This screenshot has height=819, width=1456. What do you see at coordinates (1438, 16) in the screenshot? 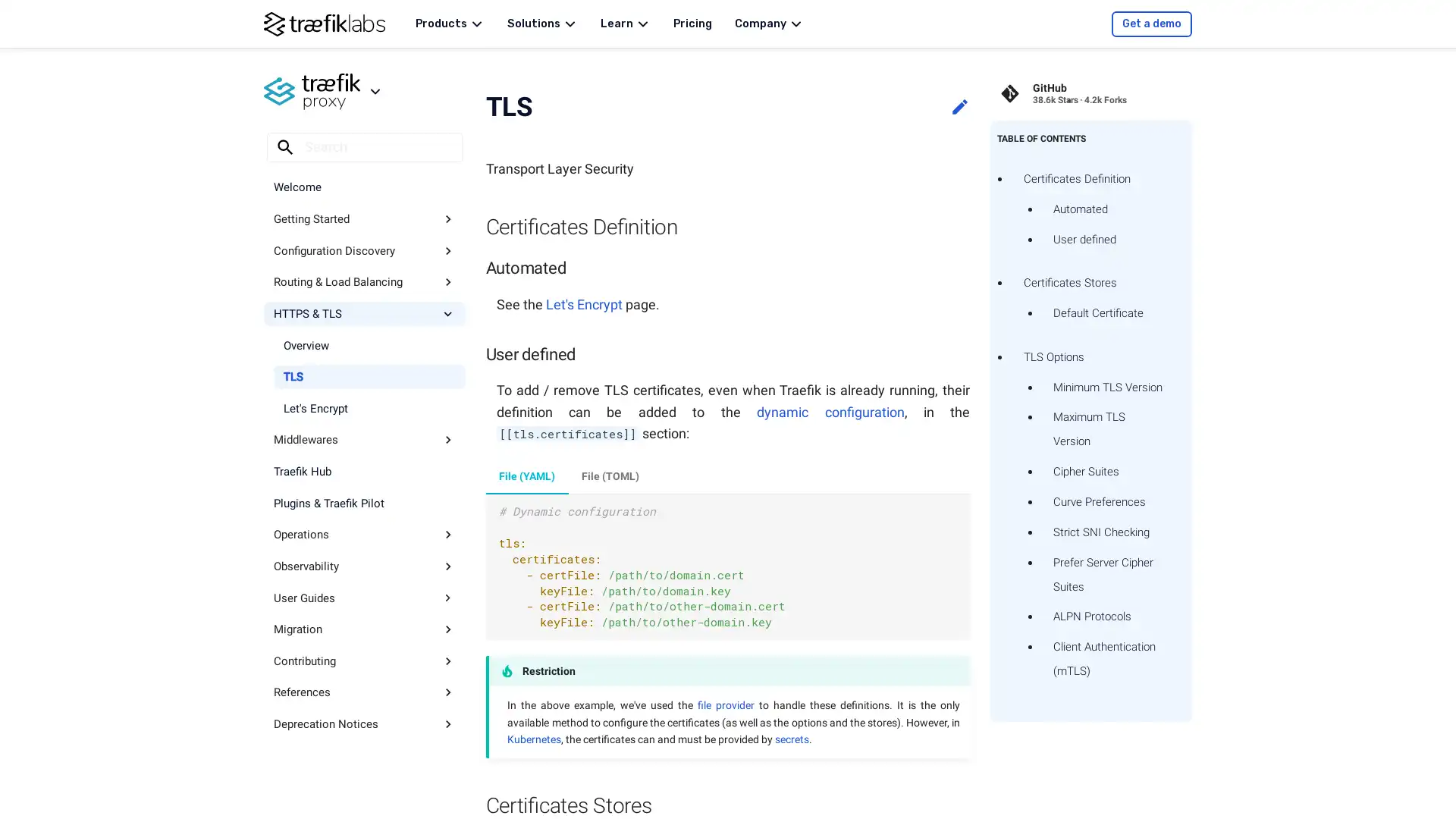
I see `Copy to clipboard` at bounding box center [1438, 16].